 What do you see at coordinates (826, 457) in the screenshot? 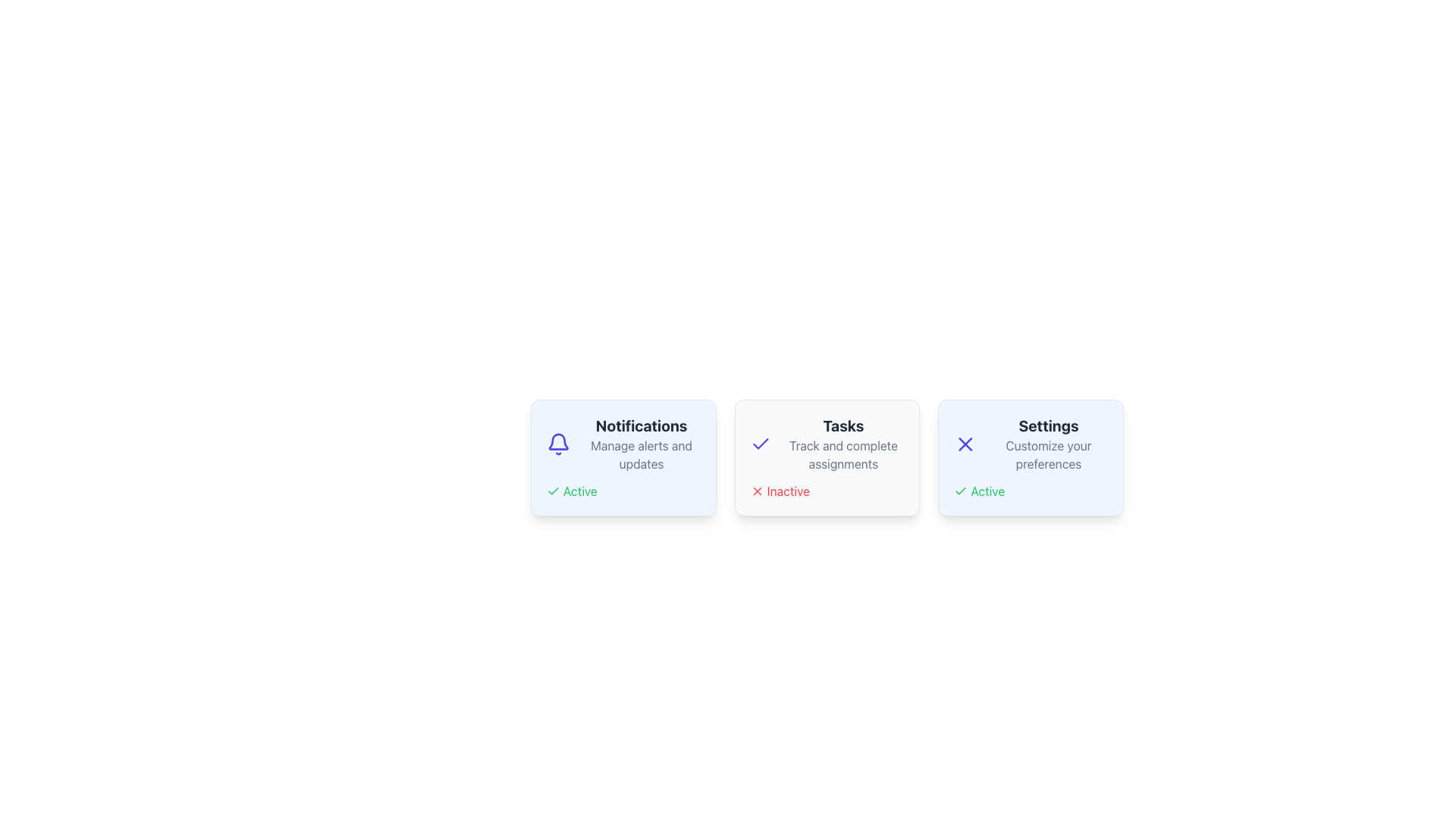
I see `the Informational Card titled 'Tasks', which has a white background and contains the subtitle 'Track and complete assignments', with 'Inactive' displayed in red below the title` at bounding box center [826, 457].